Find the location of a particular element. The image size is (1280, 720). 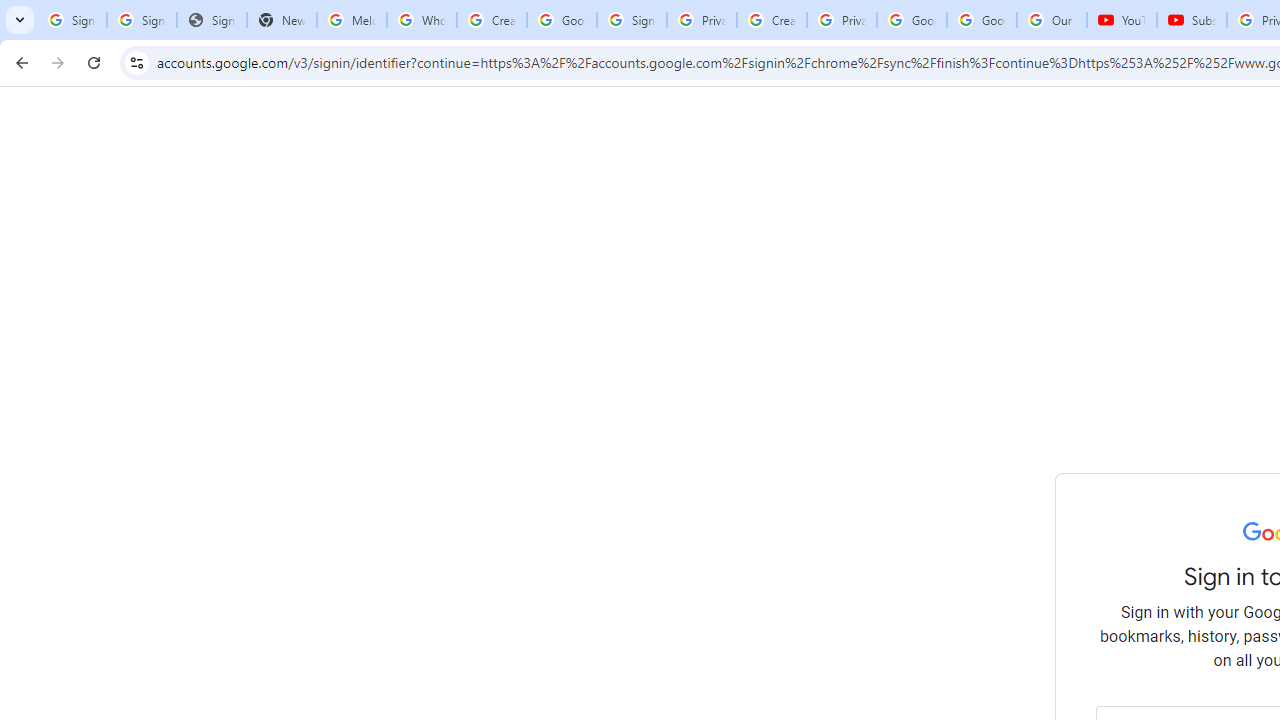

'Sign in - Google Accounts' is located at coordinates (630, 20).